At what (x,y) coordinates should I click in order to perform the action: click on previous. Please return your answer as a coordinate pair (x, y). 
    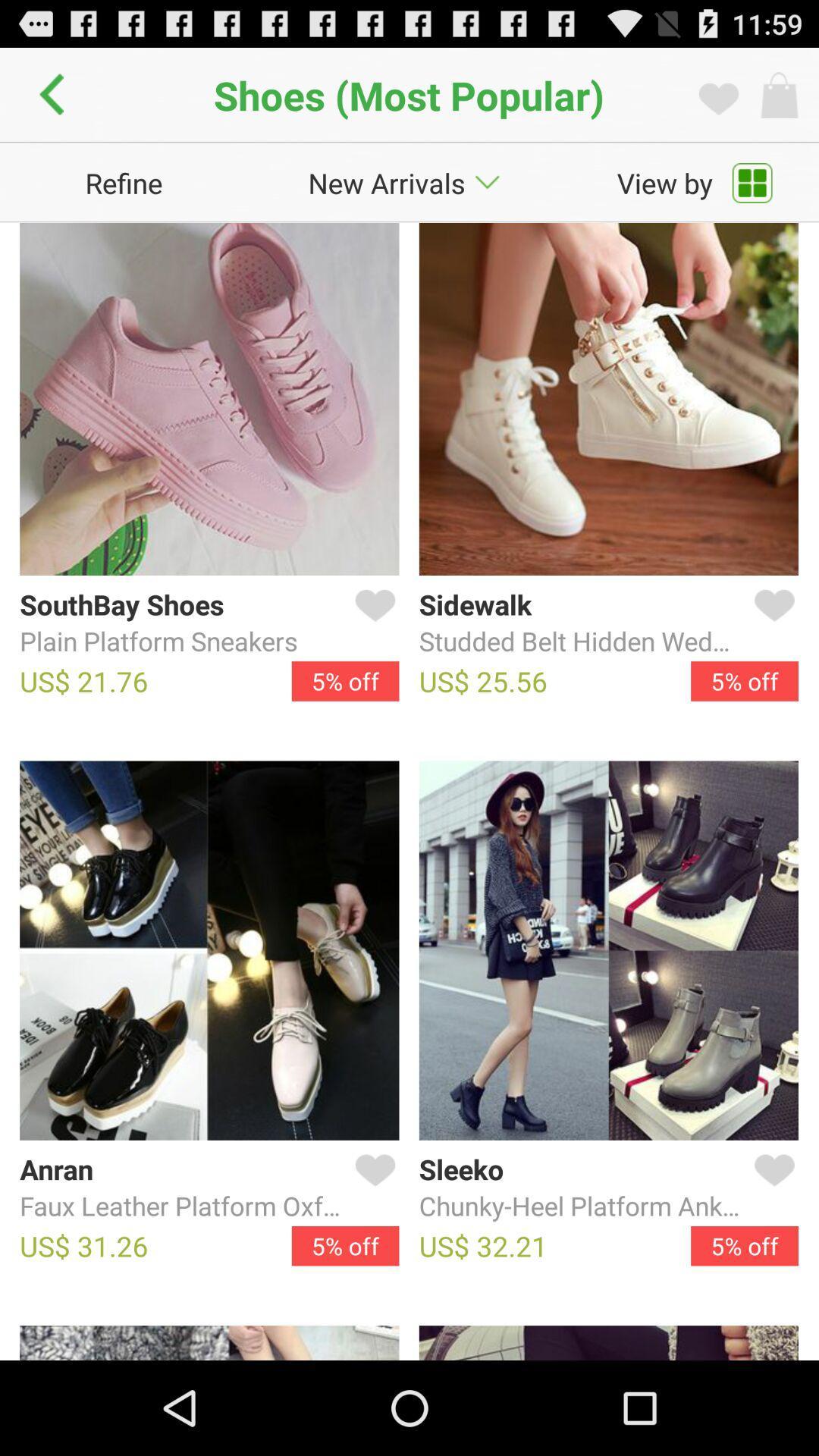
    Looking at the image, I should click on (55, 94).